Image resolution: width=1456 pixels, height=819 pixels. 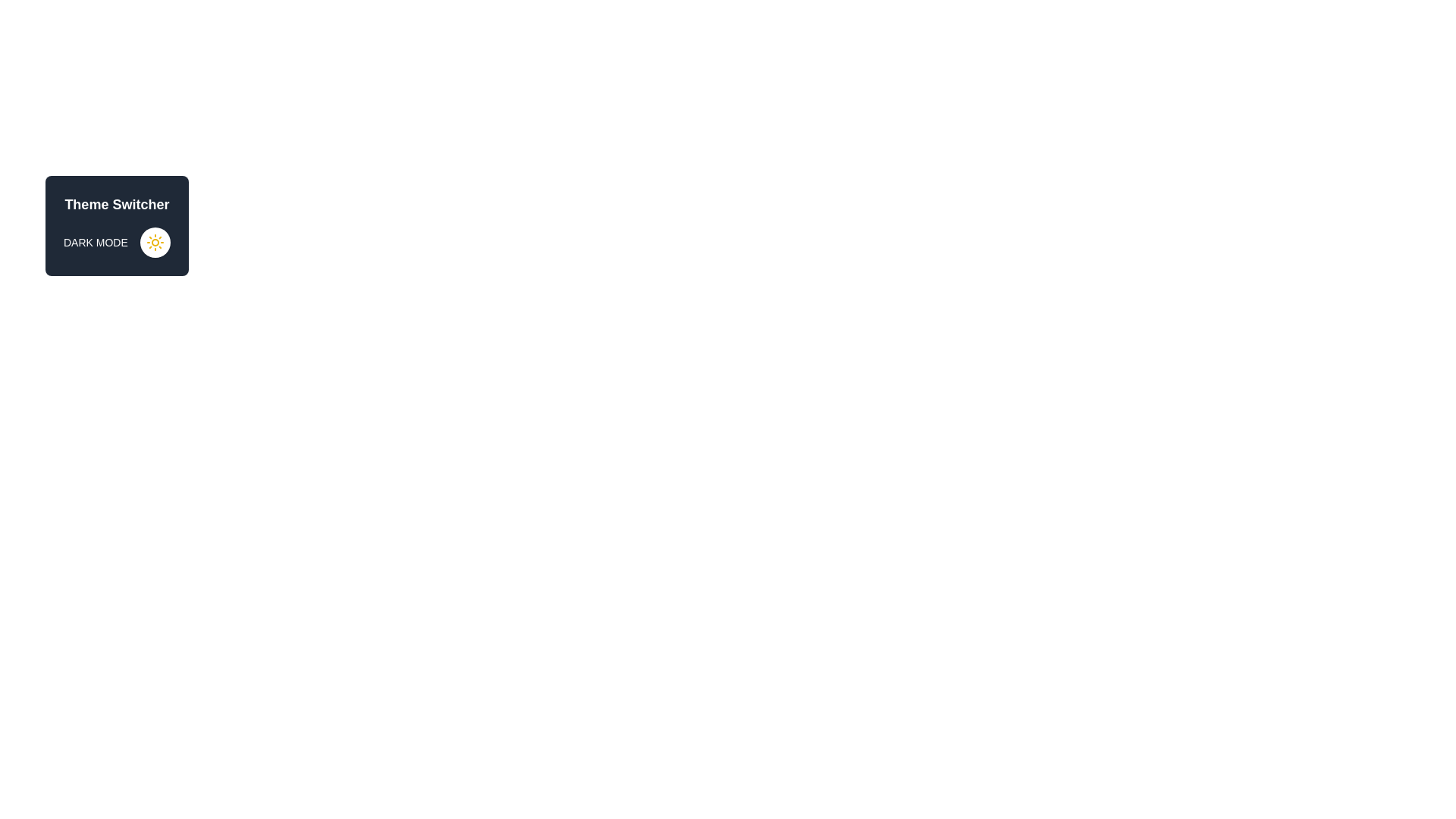 I want to click on the toggle switch labeled 'Dark Mode' to switch themes, located below the 'Theme Switcher' text, so click(x=116, y=242).